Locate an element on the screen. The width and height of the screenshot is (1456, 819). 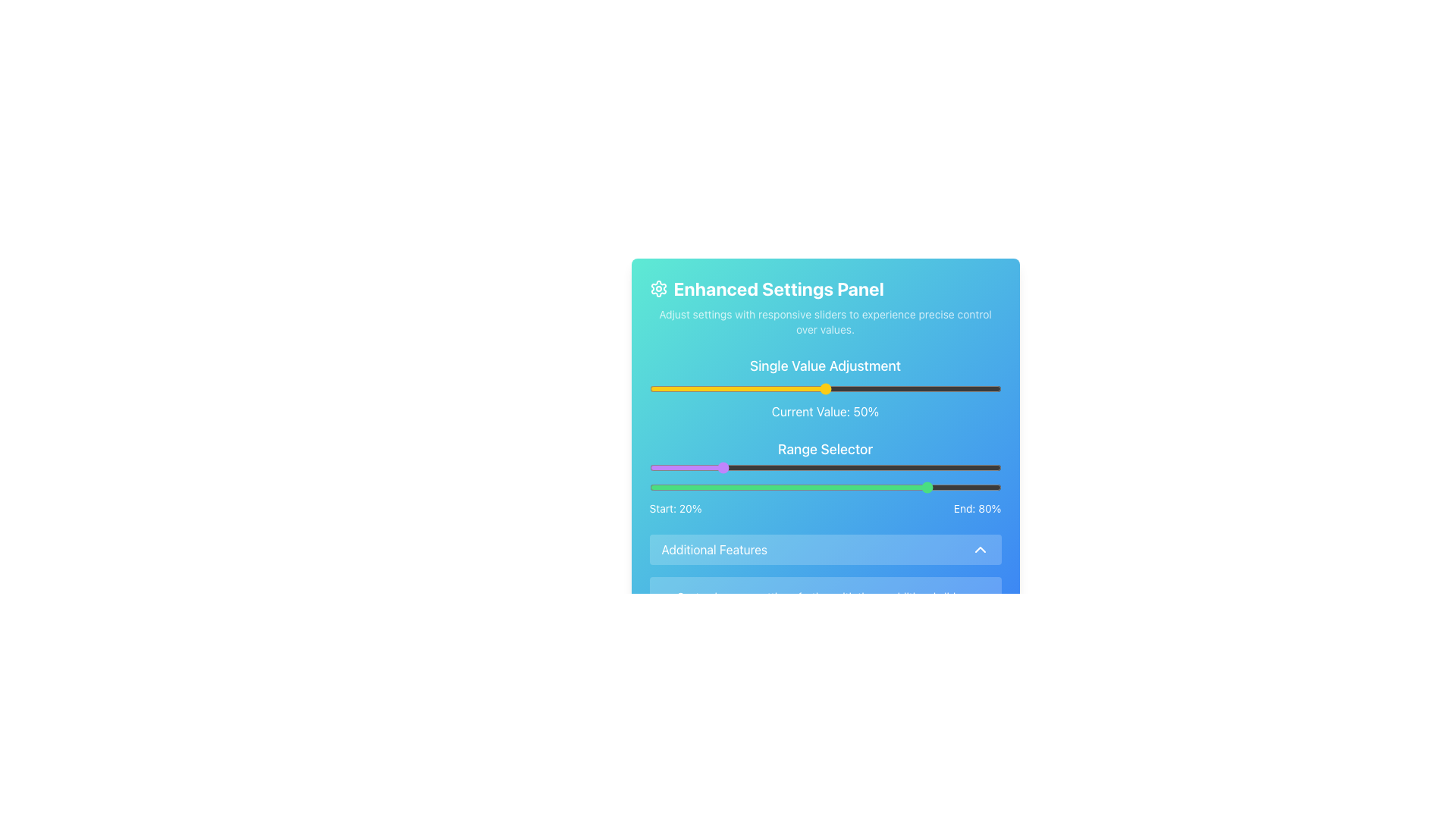
the range slider is located at coordinates (649, 467).